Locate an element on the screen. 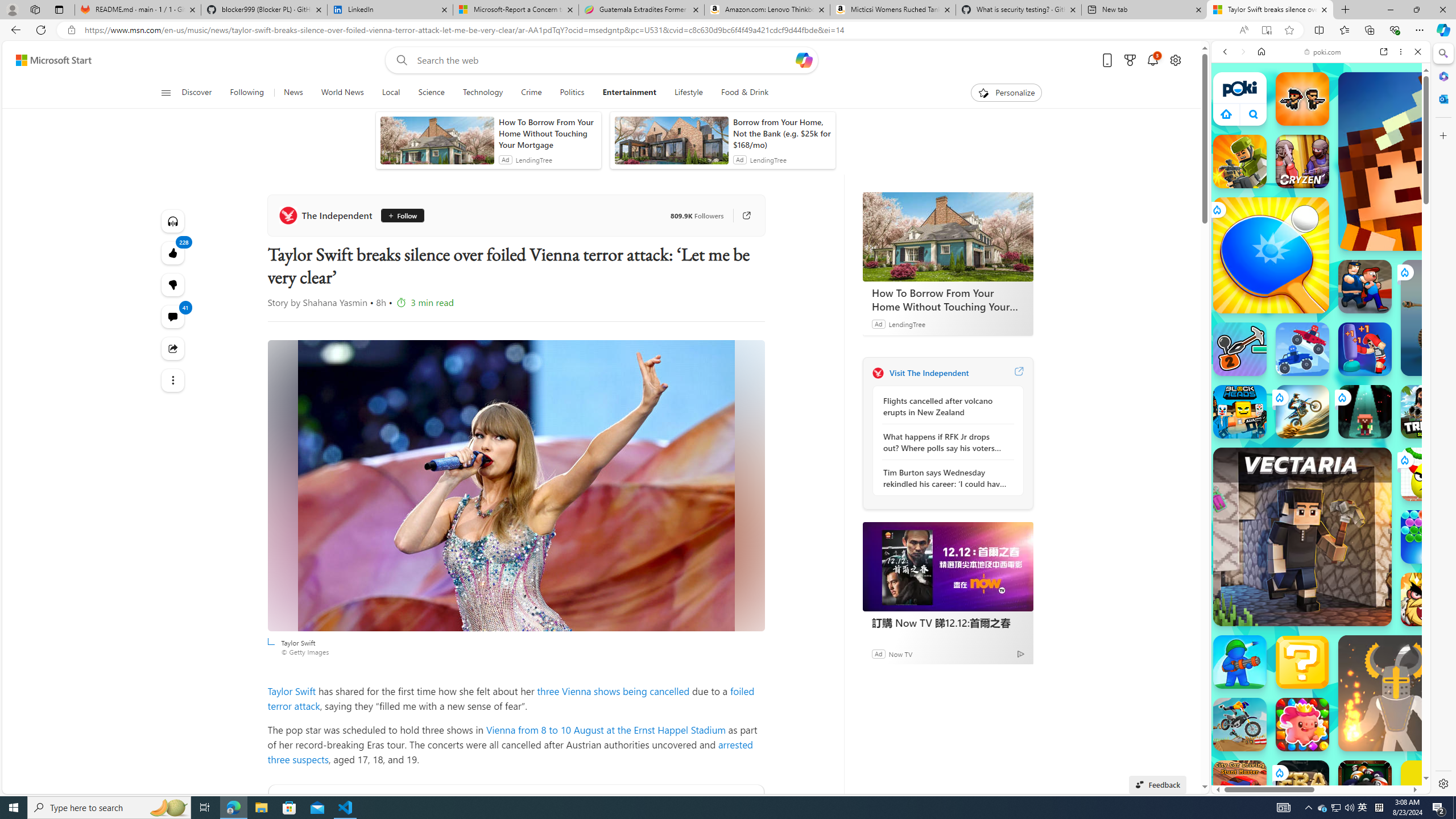  'arrested three suspects' is located at coordinates (510, 751).